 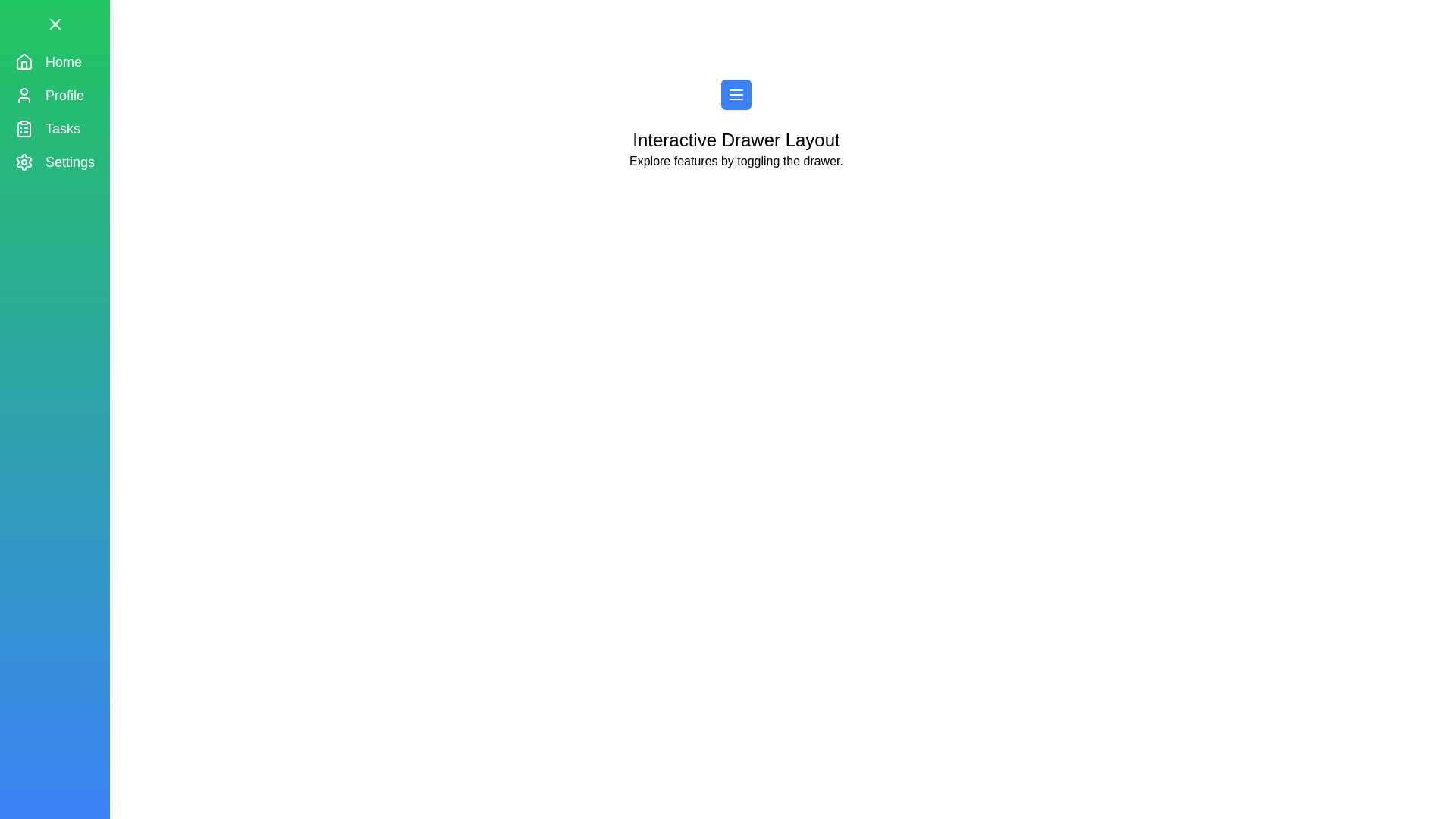 I want to click on the menu item labeled Home, so click(x=55, y=61).